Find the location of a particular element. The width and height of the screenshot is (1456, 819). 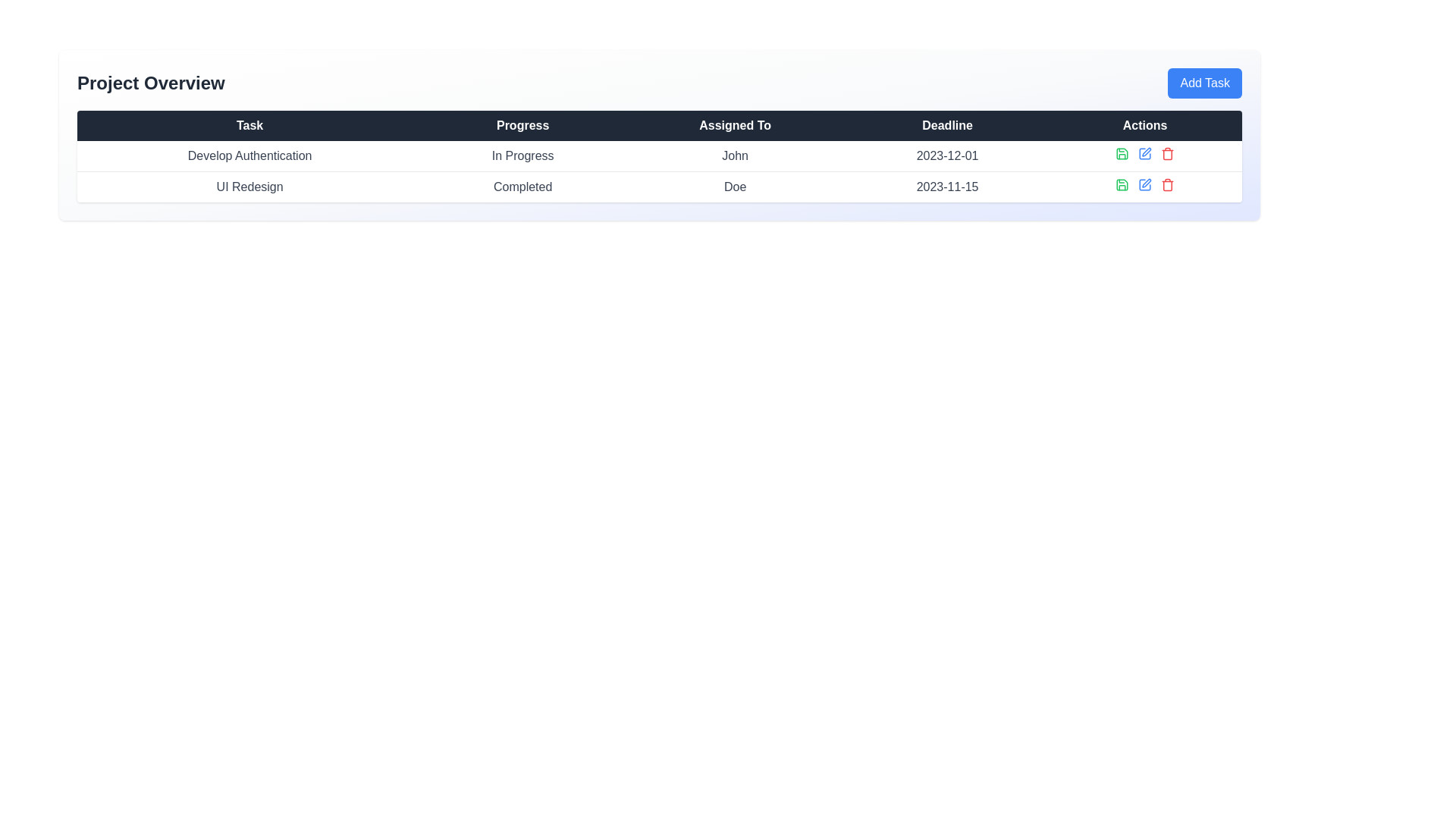

the red-colored trash bin icon in the 'Actions' column of the second row, aligned with the 'UI Redesign' task is located at coordinates (1167, 184).